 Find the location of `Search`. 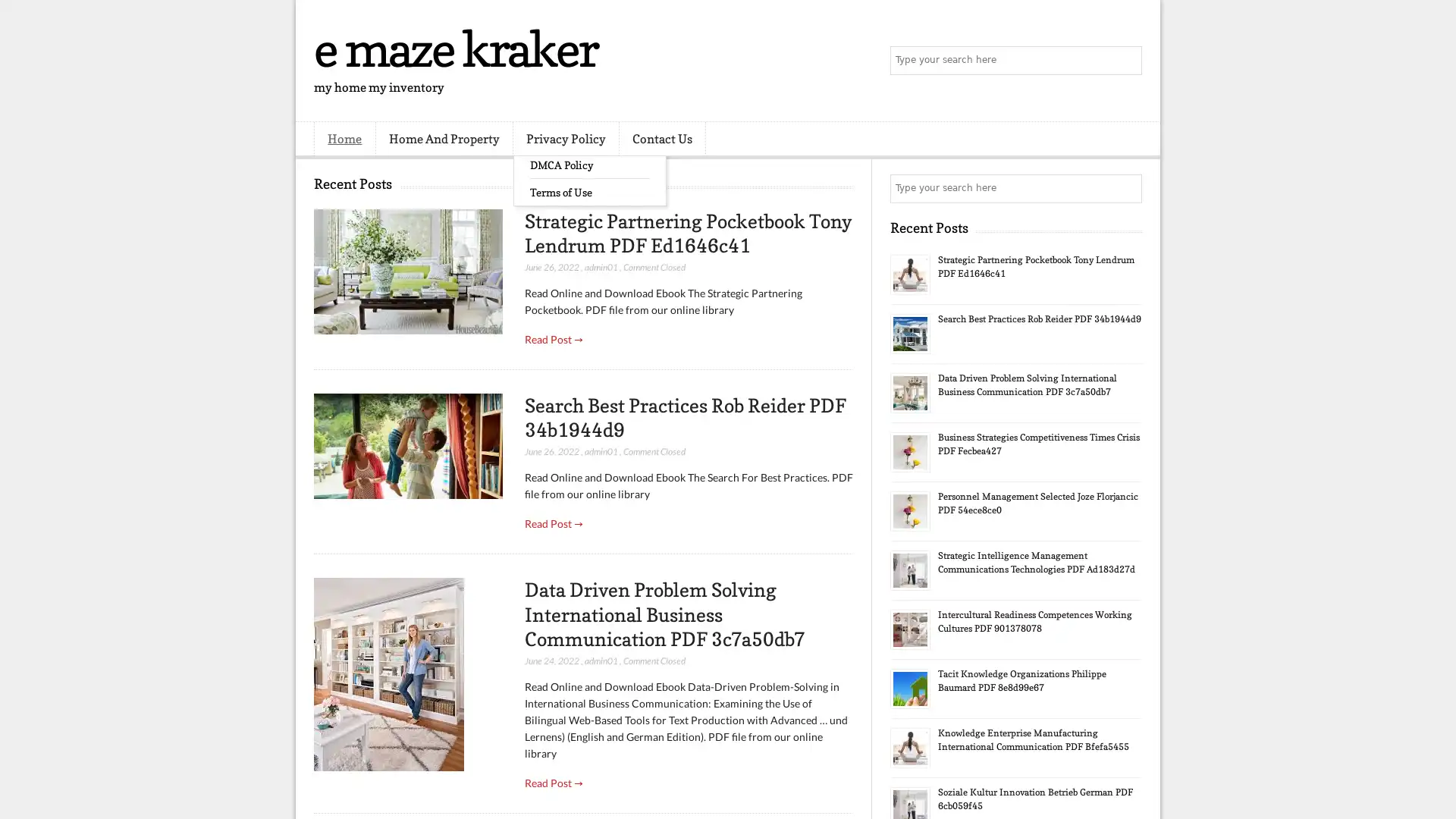

Search is located at coordinates (1126, 188).